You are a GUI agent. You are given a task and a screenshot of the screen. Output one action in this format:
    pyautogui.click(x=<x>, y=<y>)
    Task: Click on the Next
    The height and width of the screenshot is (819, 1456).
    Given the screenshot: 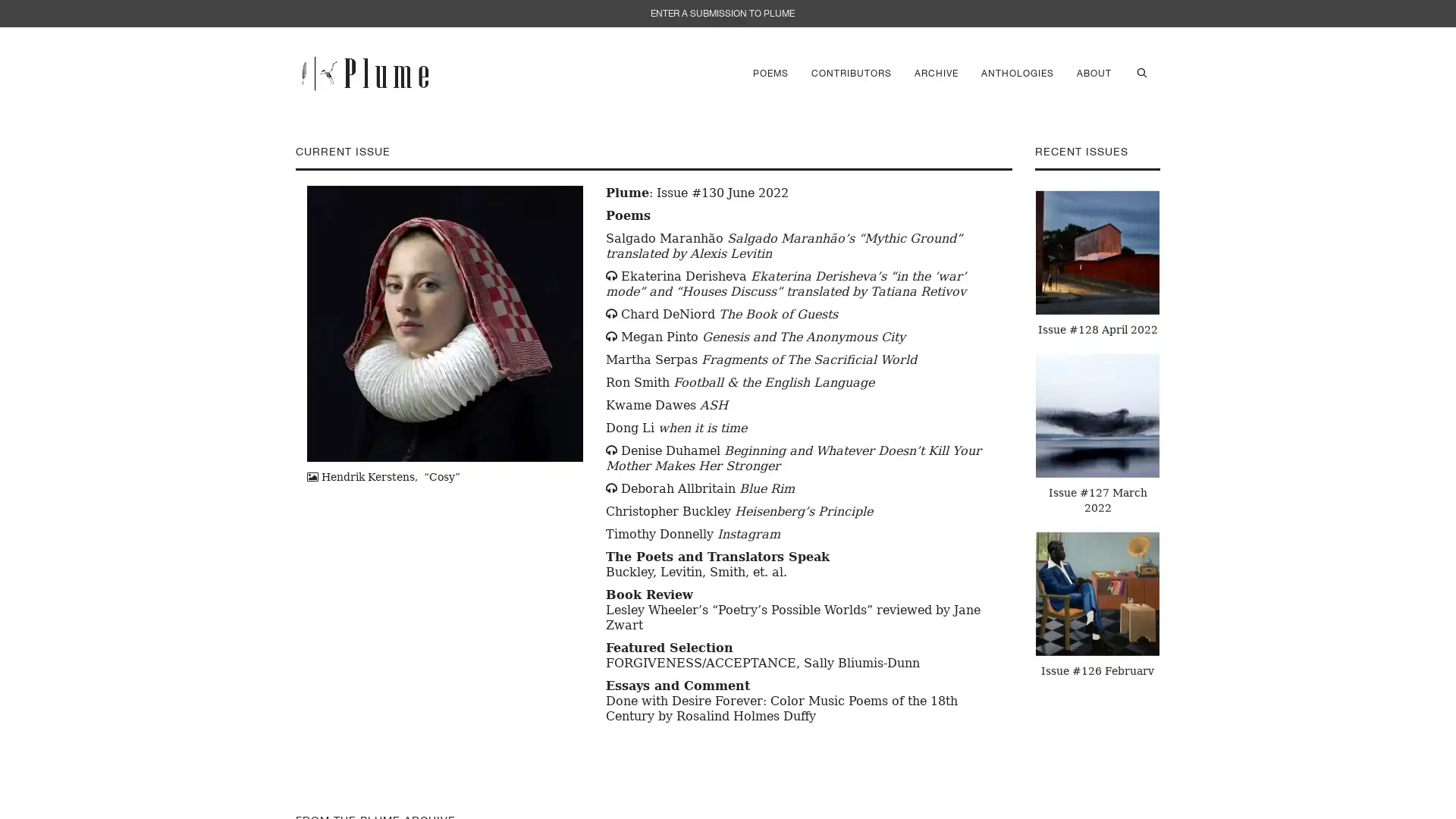 What is the action you would take?
    pyautogui.click(x=1171, y=430)
    